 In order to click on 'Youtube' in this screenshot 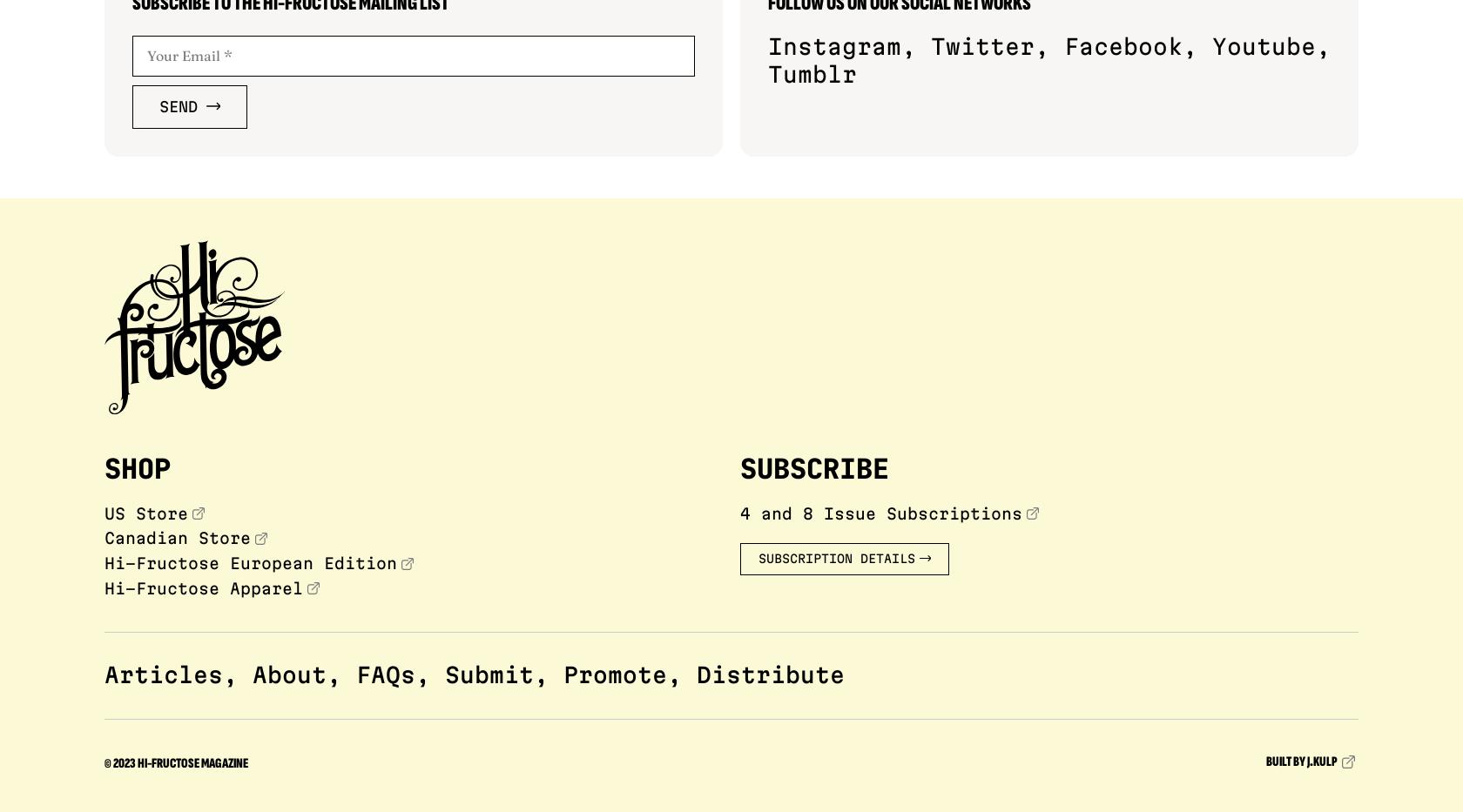, I will do `click(1264, 44)`.